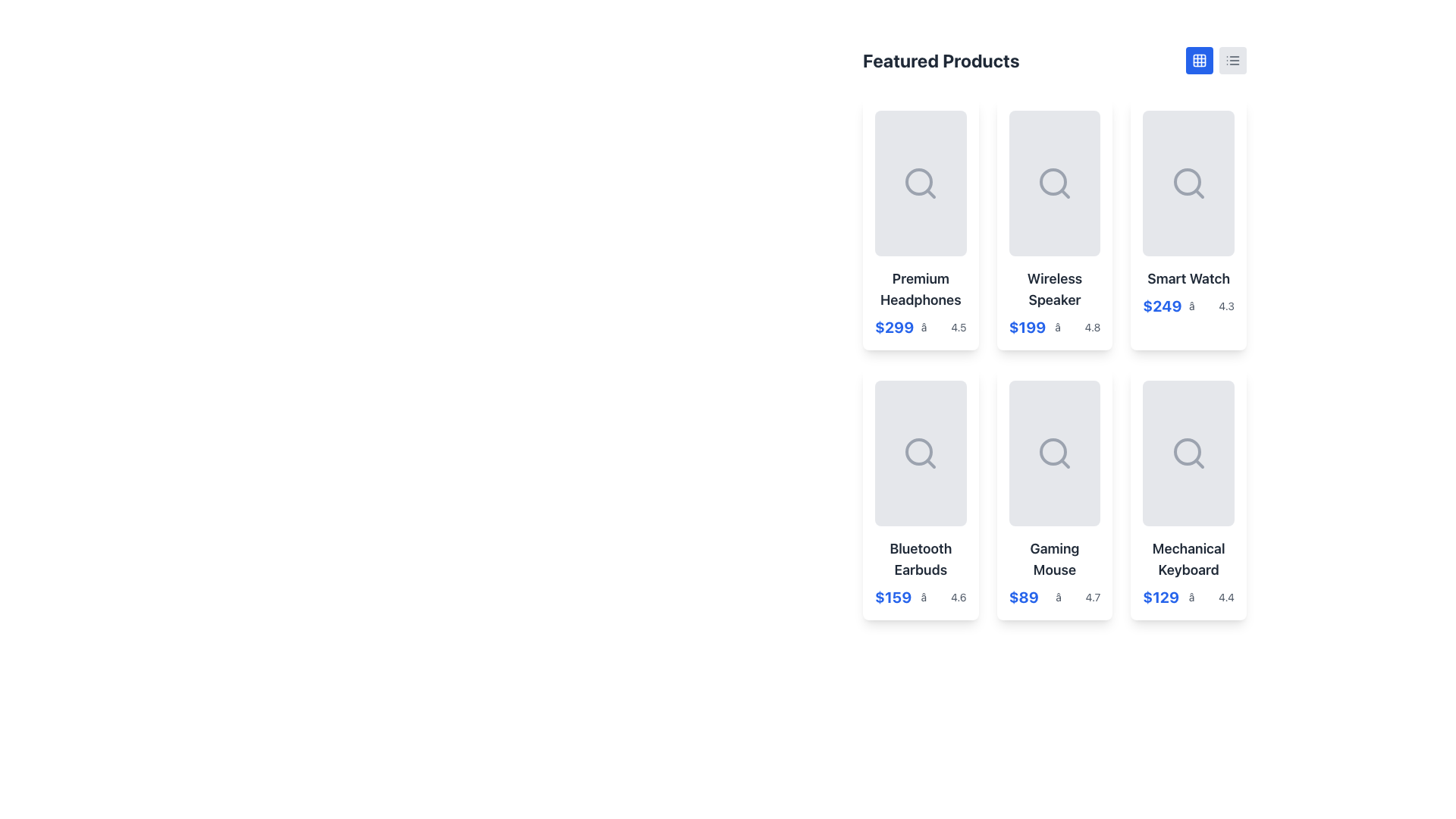 Image resolution: width=1456 pixels, height=819 pixels. What do you see at coordinates (1054, 183) in the screenshot?
I see `the placeholder area with a magnifying glass icon in the 'Wireless Speaker' card, which is the second card in the first row of the product grid` at bounding box center [1054, 183].